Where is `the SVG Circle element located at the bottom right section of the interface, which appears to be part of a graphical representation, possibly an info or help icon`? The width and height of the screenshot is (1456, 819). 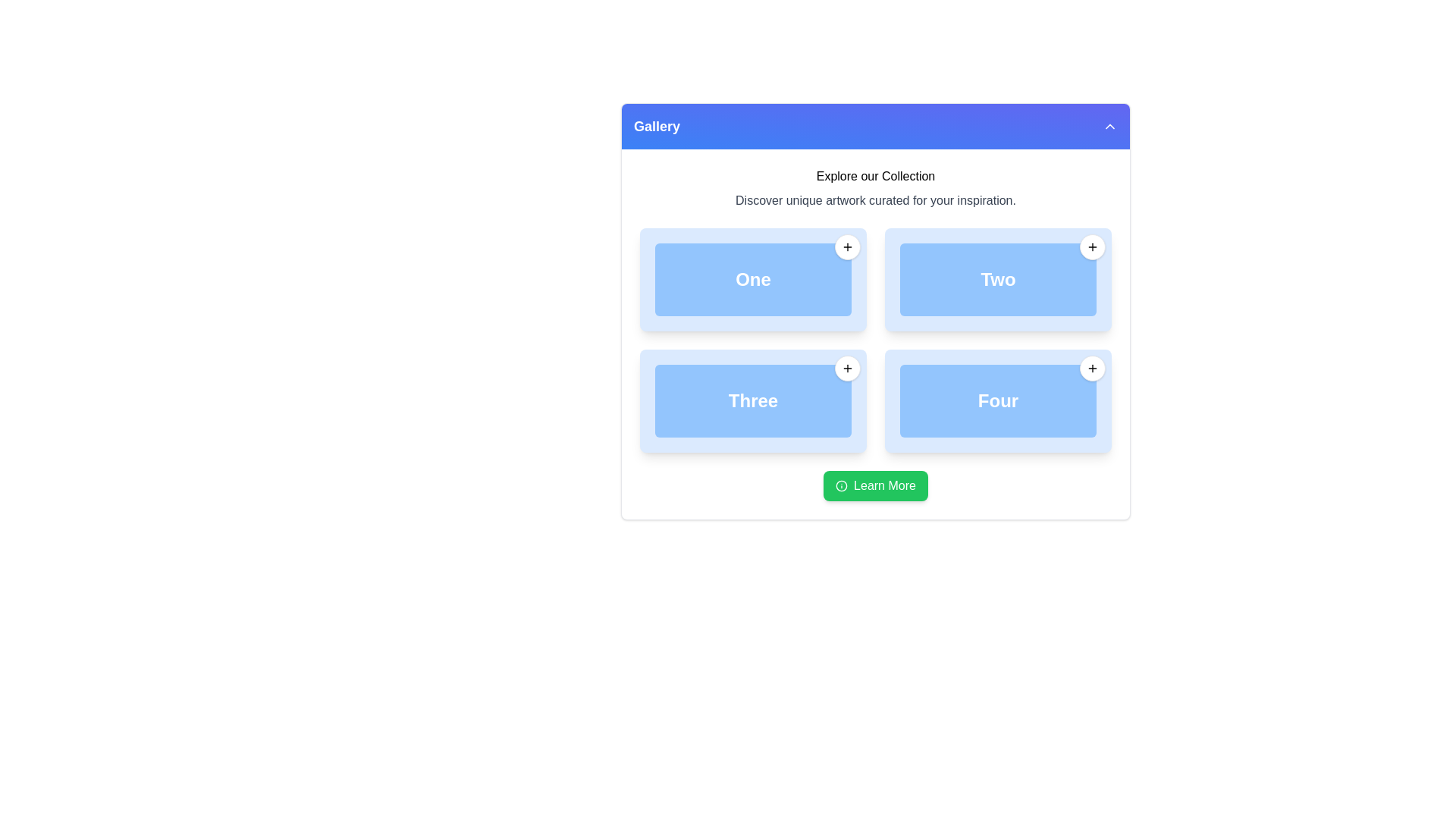
the SVG Circle element located at the bottom right section of the interface, which appears to be part of a graphical representation, possibly an info or help icon is located at coordinates (841, 485).